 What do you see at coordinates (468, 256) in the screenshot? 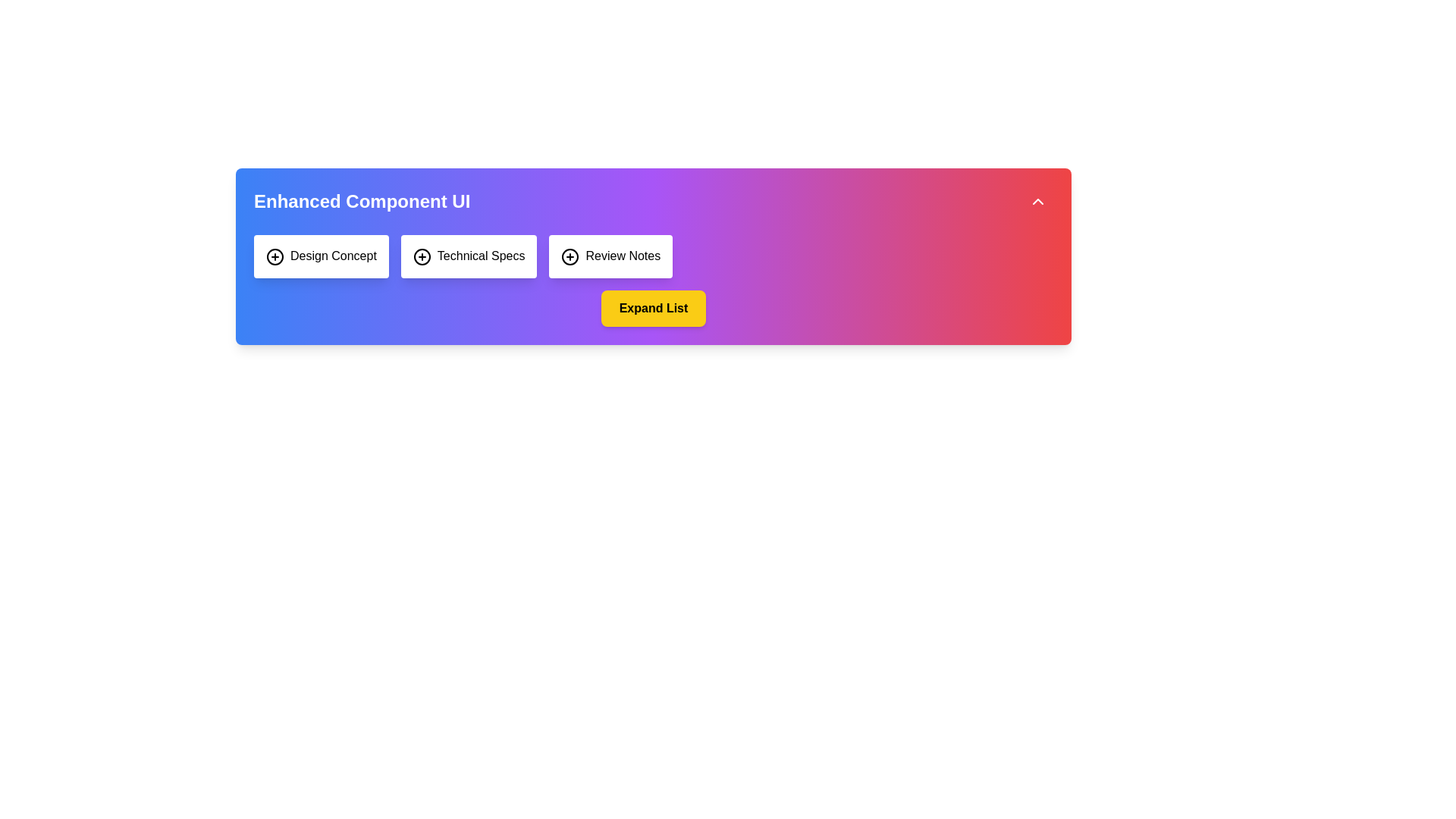
I see `the 'Technical Specs' button, which is a rectangular button with a white background and black text, located centrally between 'Design Concept' and 'Review Notes'` at bounding box center [468, 256].